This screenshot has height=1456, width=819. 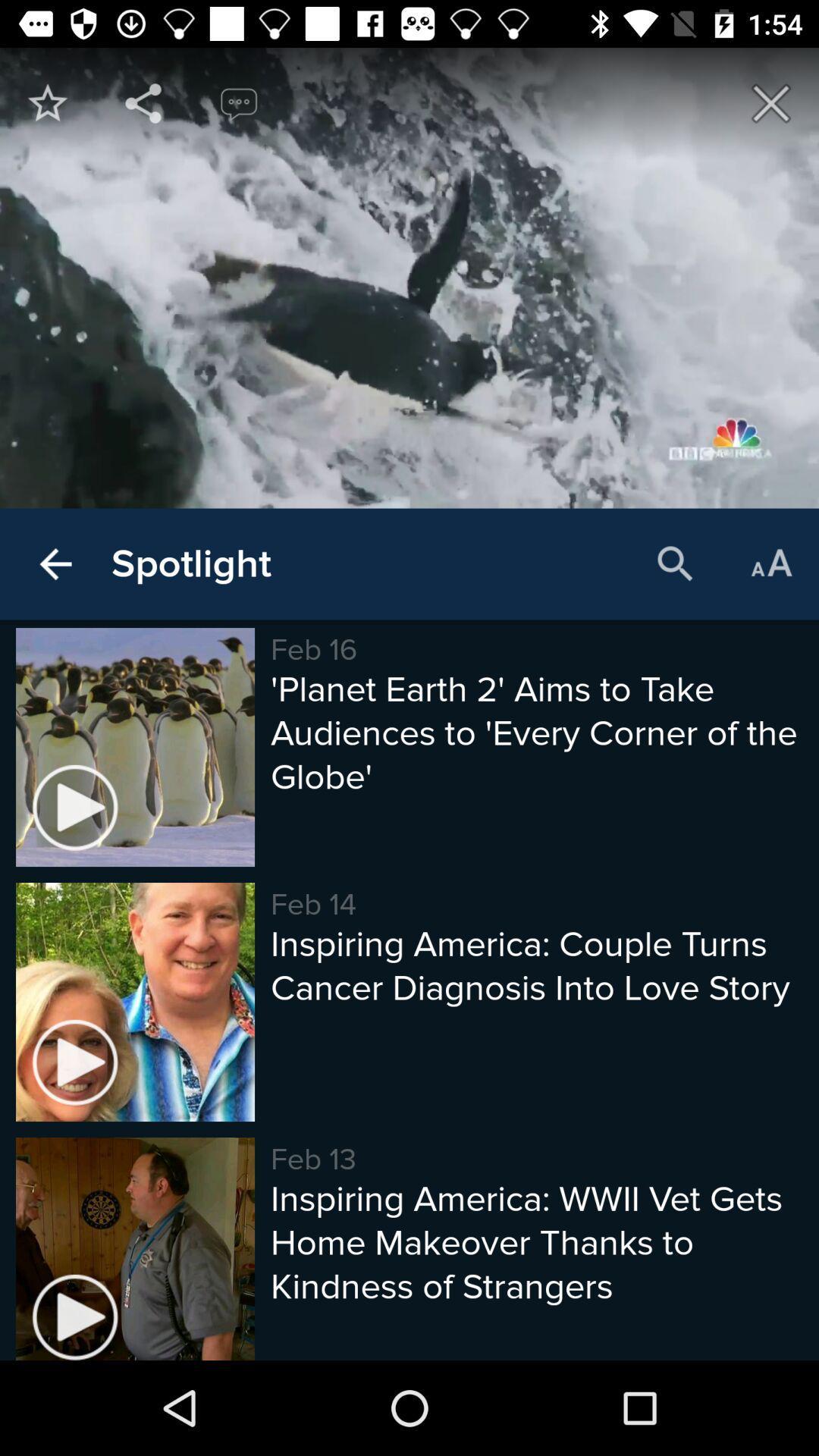 What do you see at coordinates (143, 102) in the screenshot?
I see `the share icon` at bounding box center [143, 102].